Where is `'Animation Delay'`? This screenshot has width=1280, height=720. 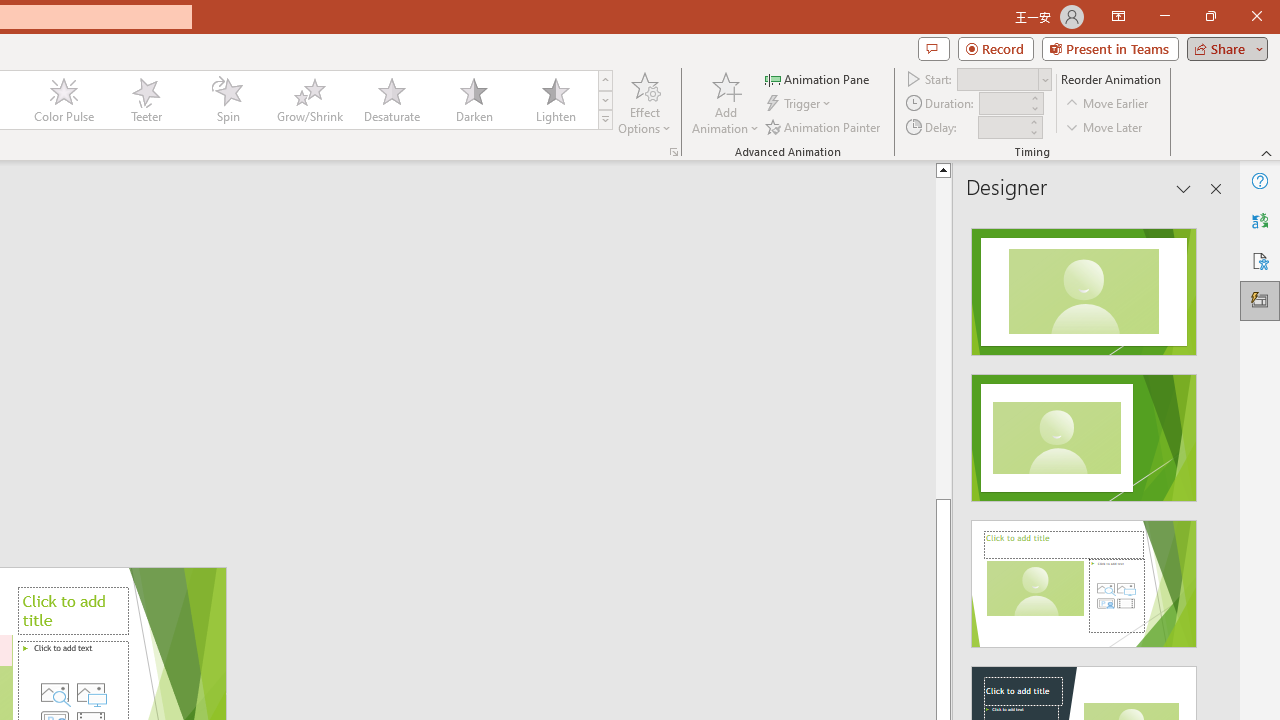 'Animation Delay' is located at coordinates (1002, 127).